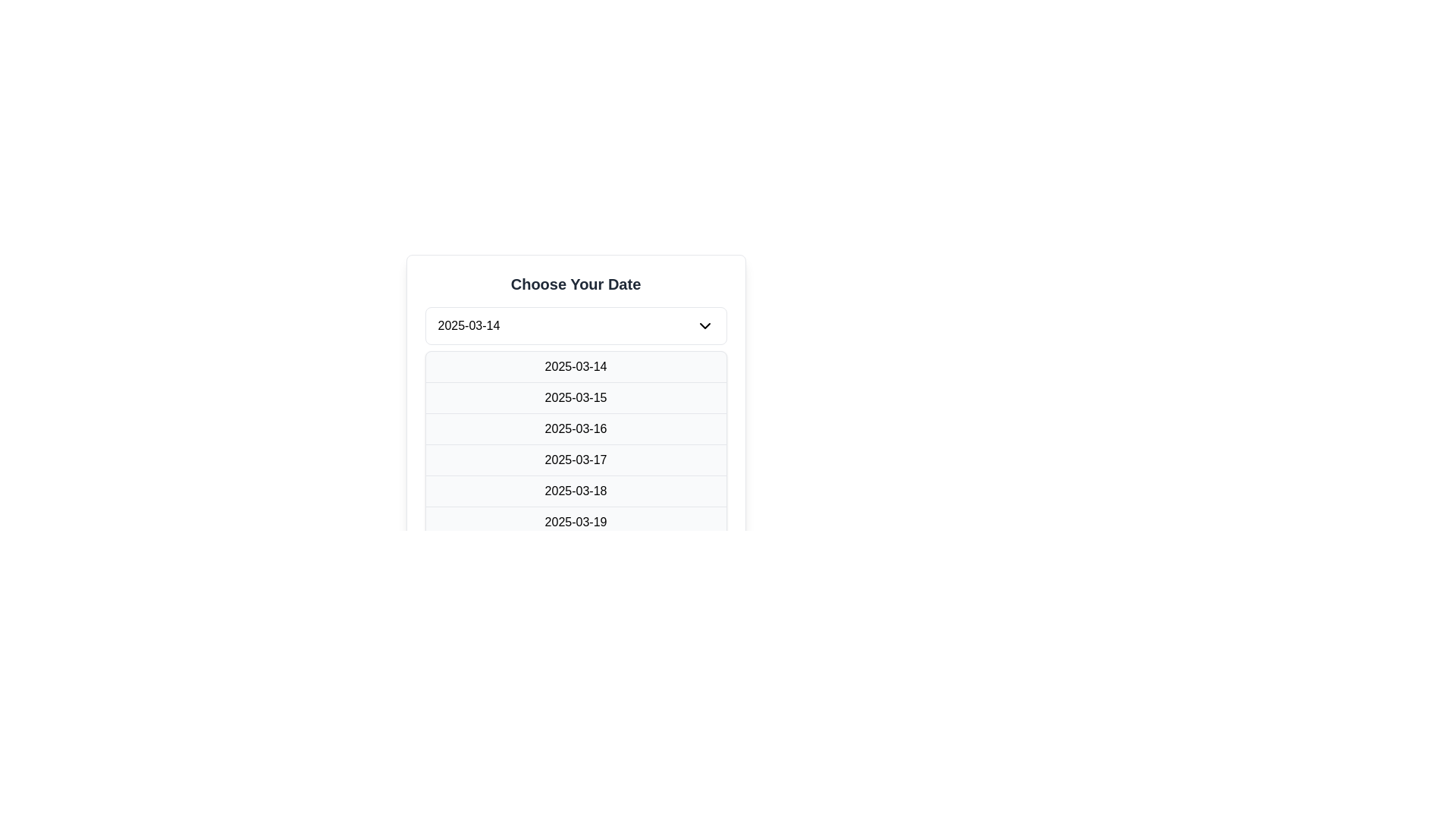  What do you see at coordinates (575, 397) in the screenshot?
I see `the text-based list item displaying '2025-03-15' which is the second item in a vertically stacked list within a dropdown menu` at bounding box center [575, 397].